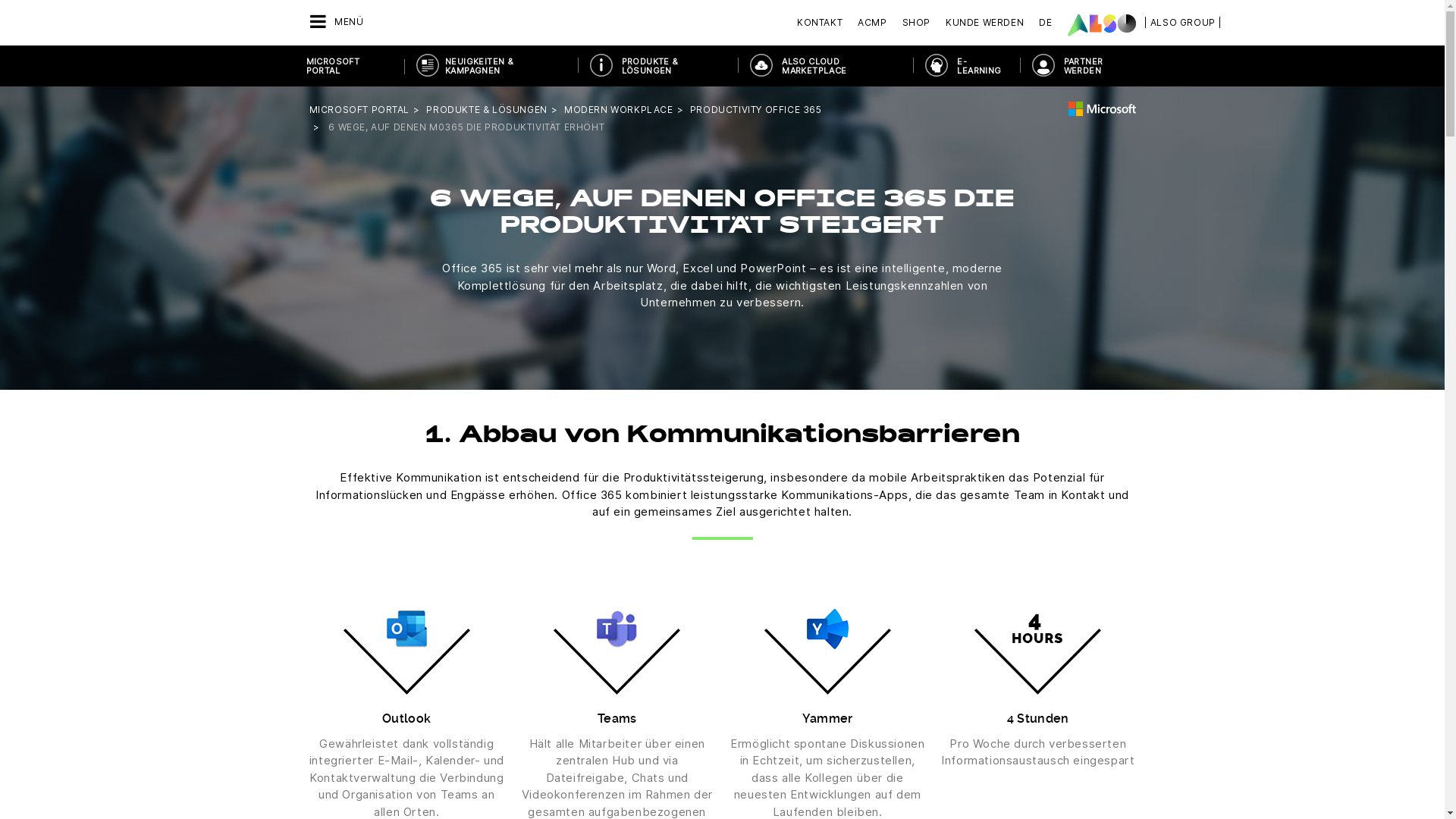 This screenshot has height=819, width=1456. I want to click on 'SHOP', so click(915, 23).